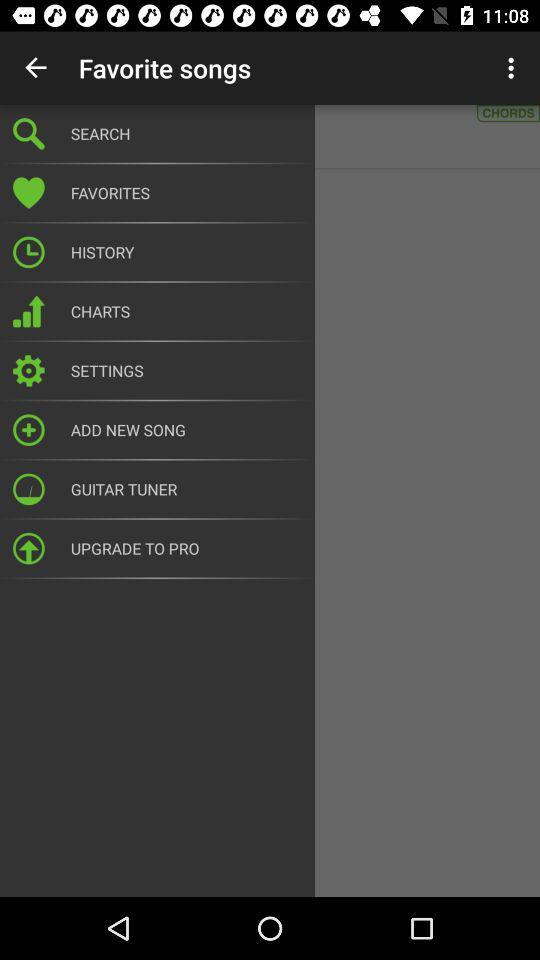  What do you see at coordinates (36, 68) in the screenshot?
I see `the icon to the left of the favorite songs app` at bounding box center [36, 68].